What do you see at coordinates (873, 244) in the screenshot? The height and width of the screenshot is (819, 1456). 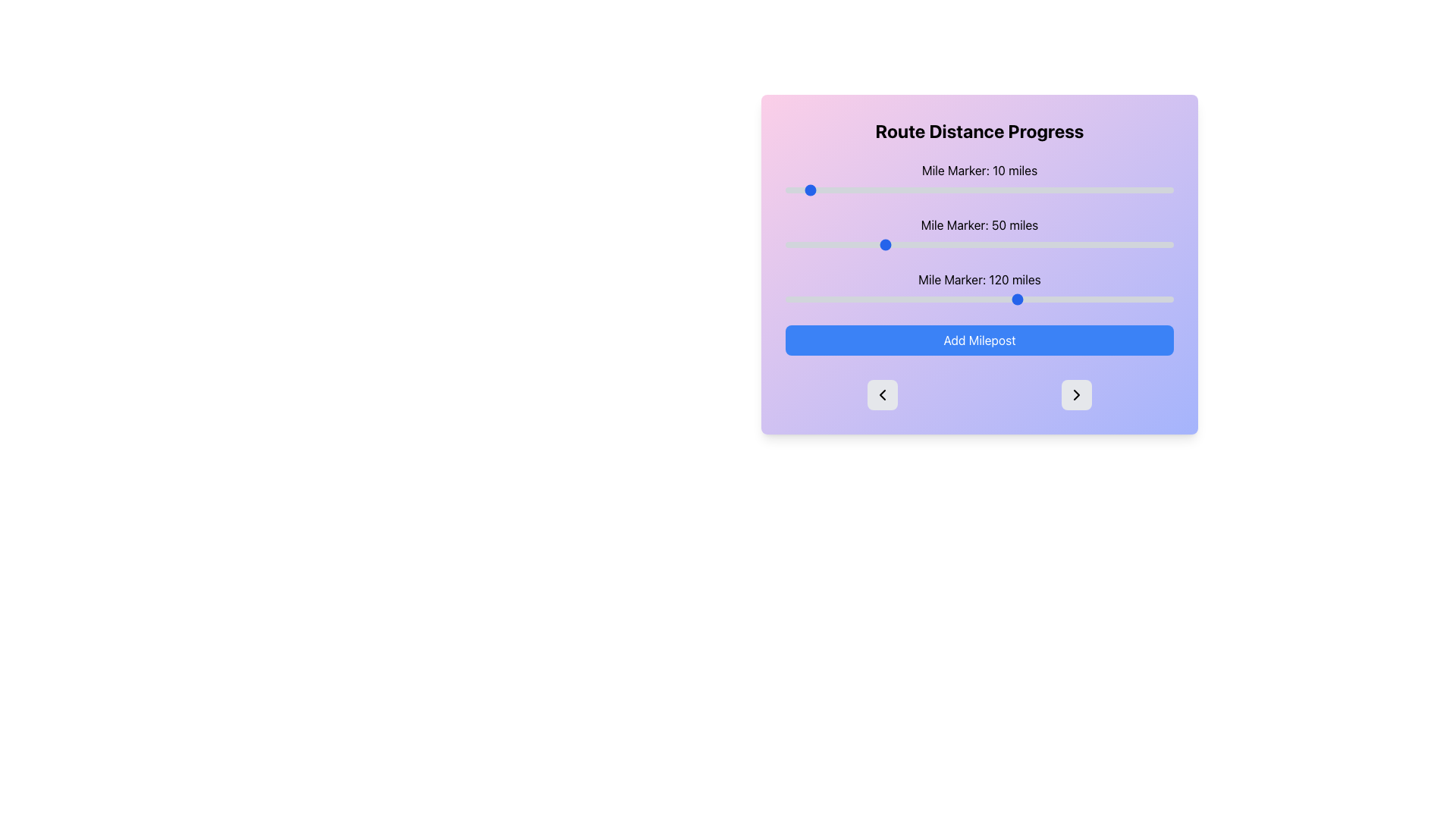 I see `the mile marker` at bounding box center [873, 244].